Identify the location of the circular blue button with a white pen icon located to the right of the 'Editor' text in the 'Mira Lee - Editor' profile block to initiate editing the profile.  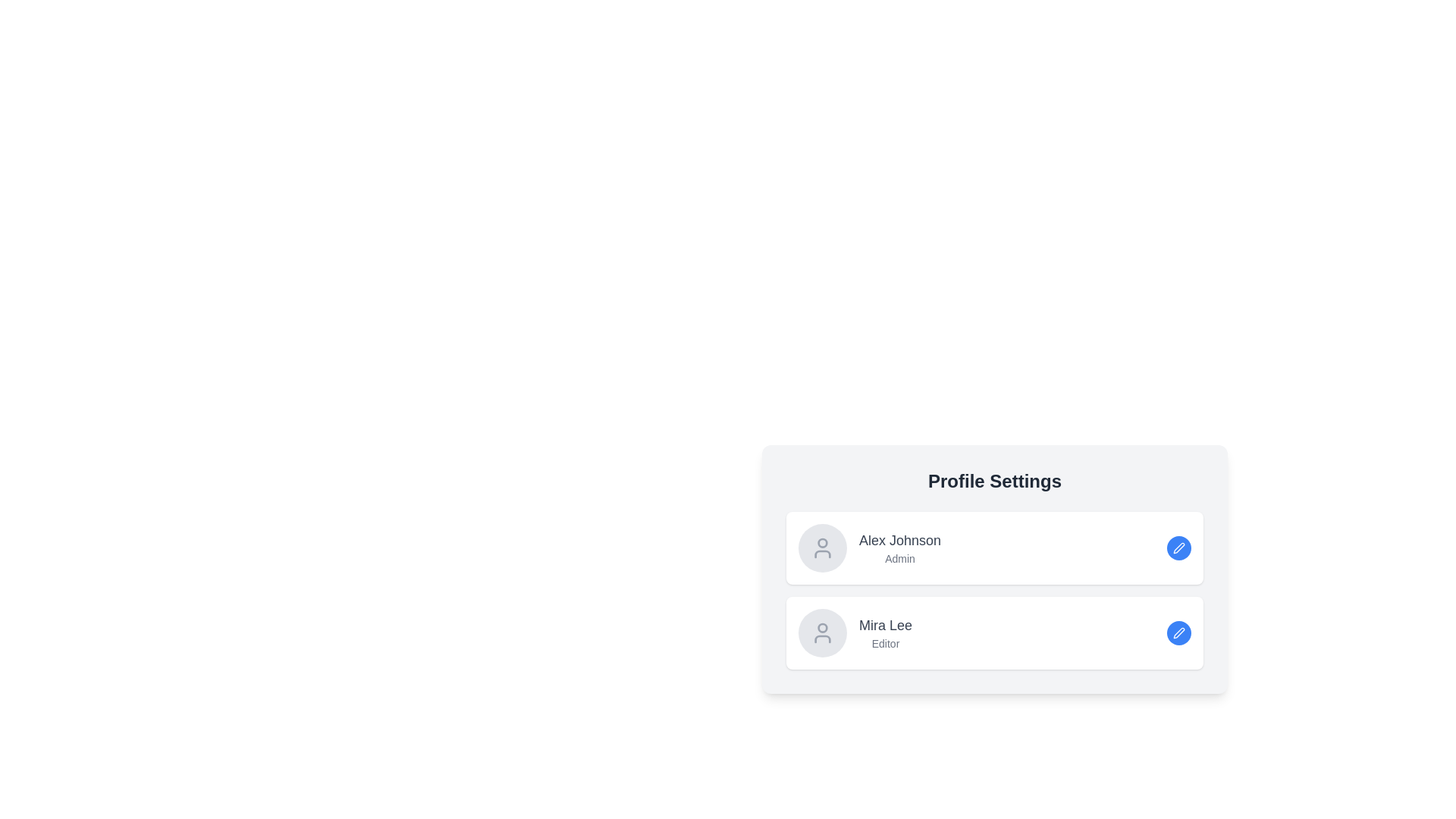
(1178, 632).